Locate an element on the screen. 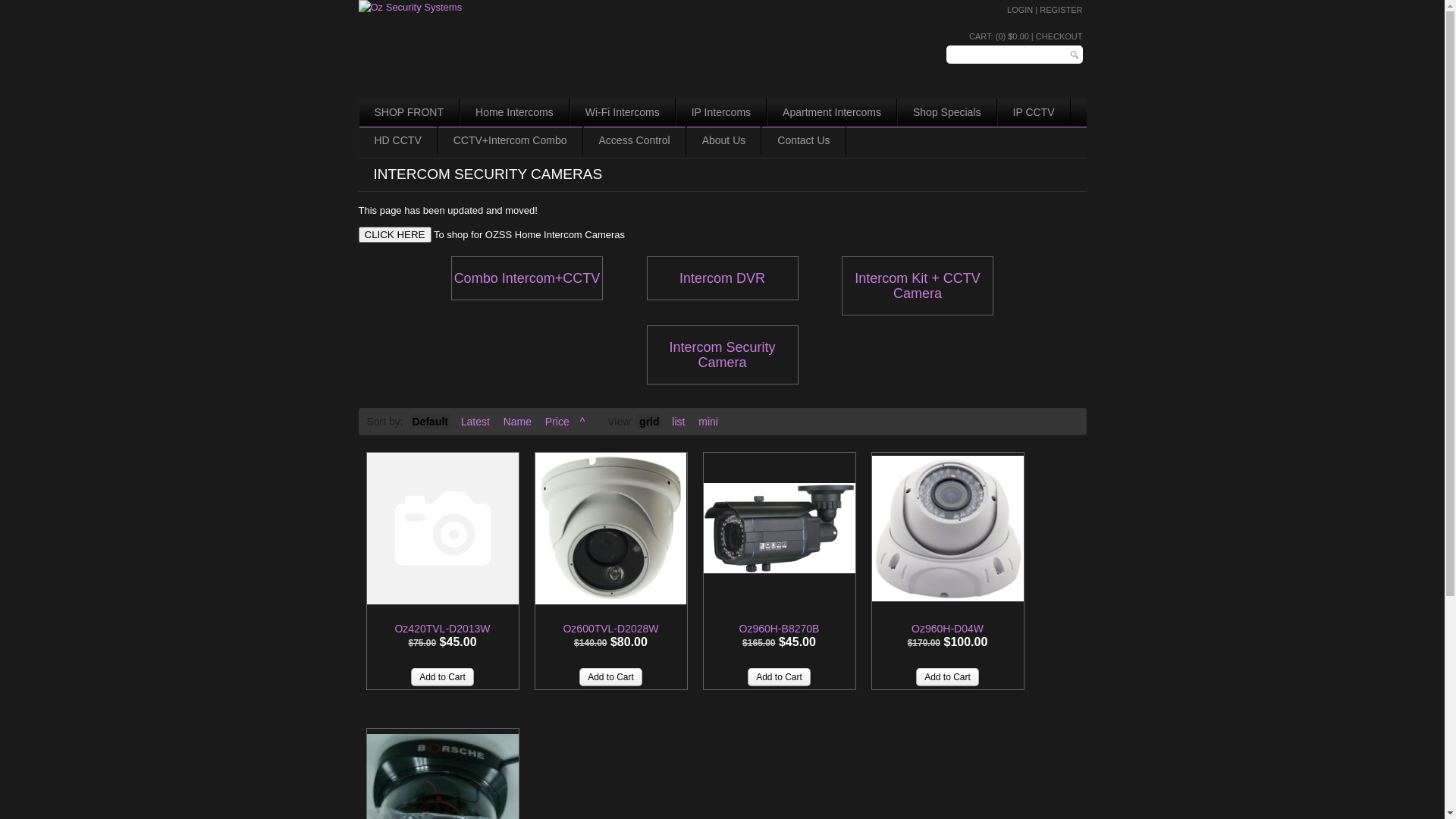 The width and height of the screenshot is (1456, 819). 'Access Control' is located at coordinates (634, 140).